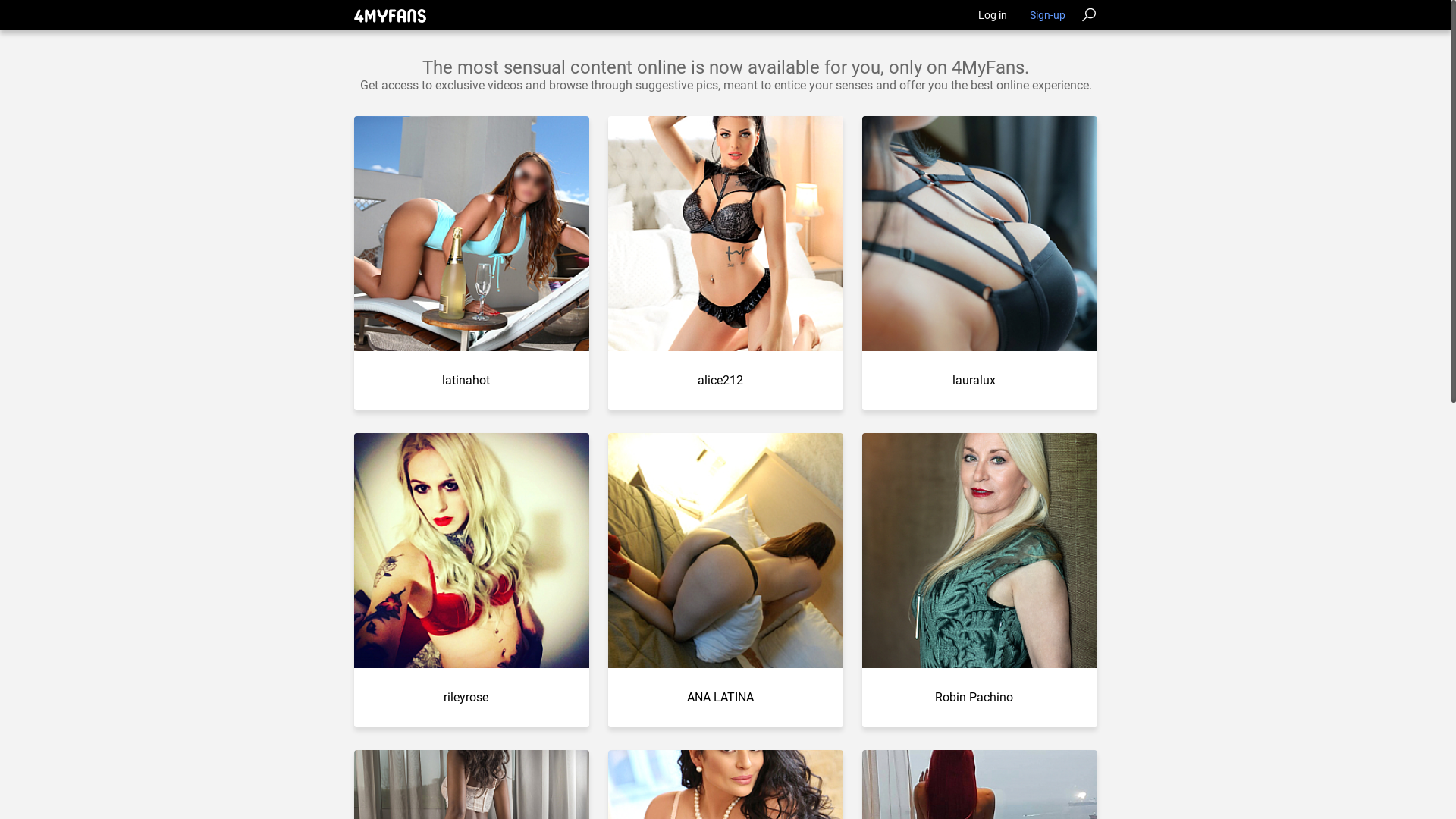  What do you see at coordinates (993, 14) in the screenshot?
I see `'Log in'` at bounding box center [993, 14].